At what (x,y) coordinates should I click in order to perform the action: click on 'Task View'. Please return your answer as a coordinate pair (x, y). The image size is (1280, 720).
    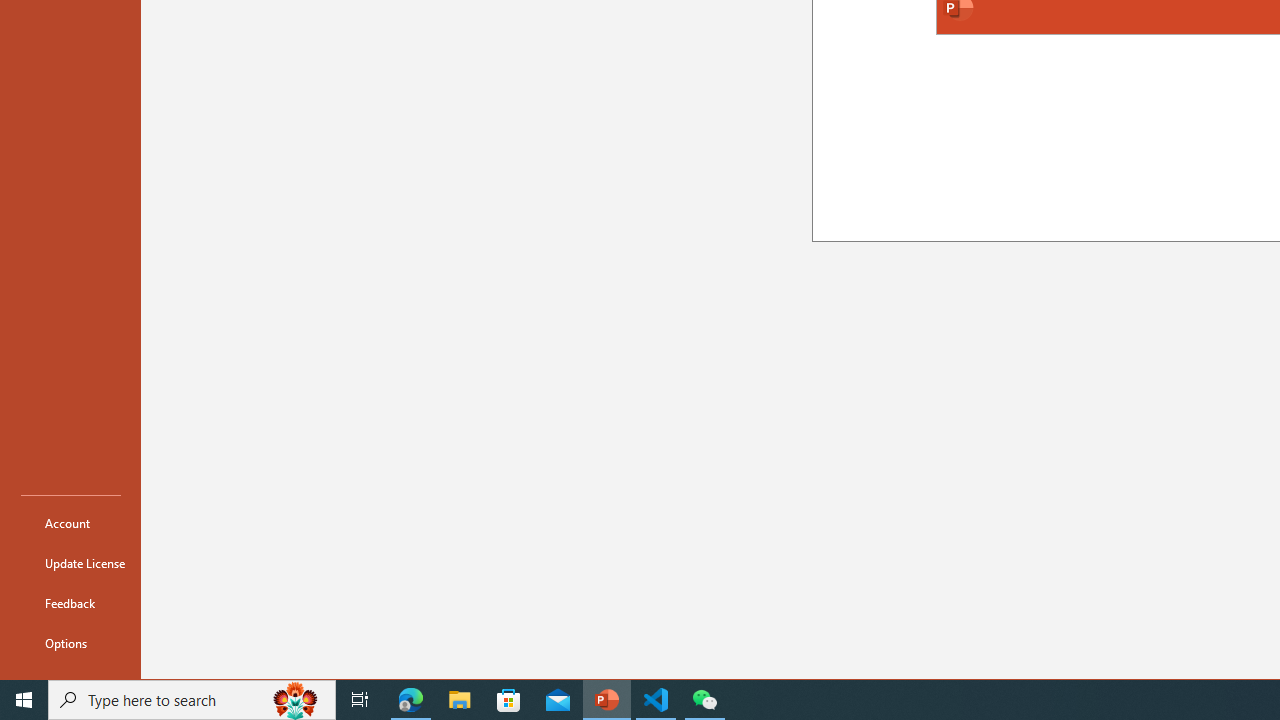
    Looking at the image, I should click on (359, 698).